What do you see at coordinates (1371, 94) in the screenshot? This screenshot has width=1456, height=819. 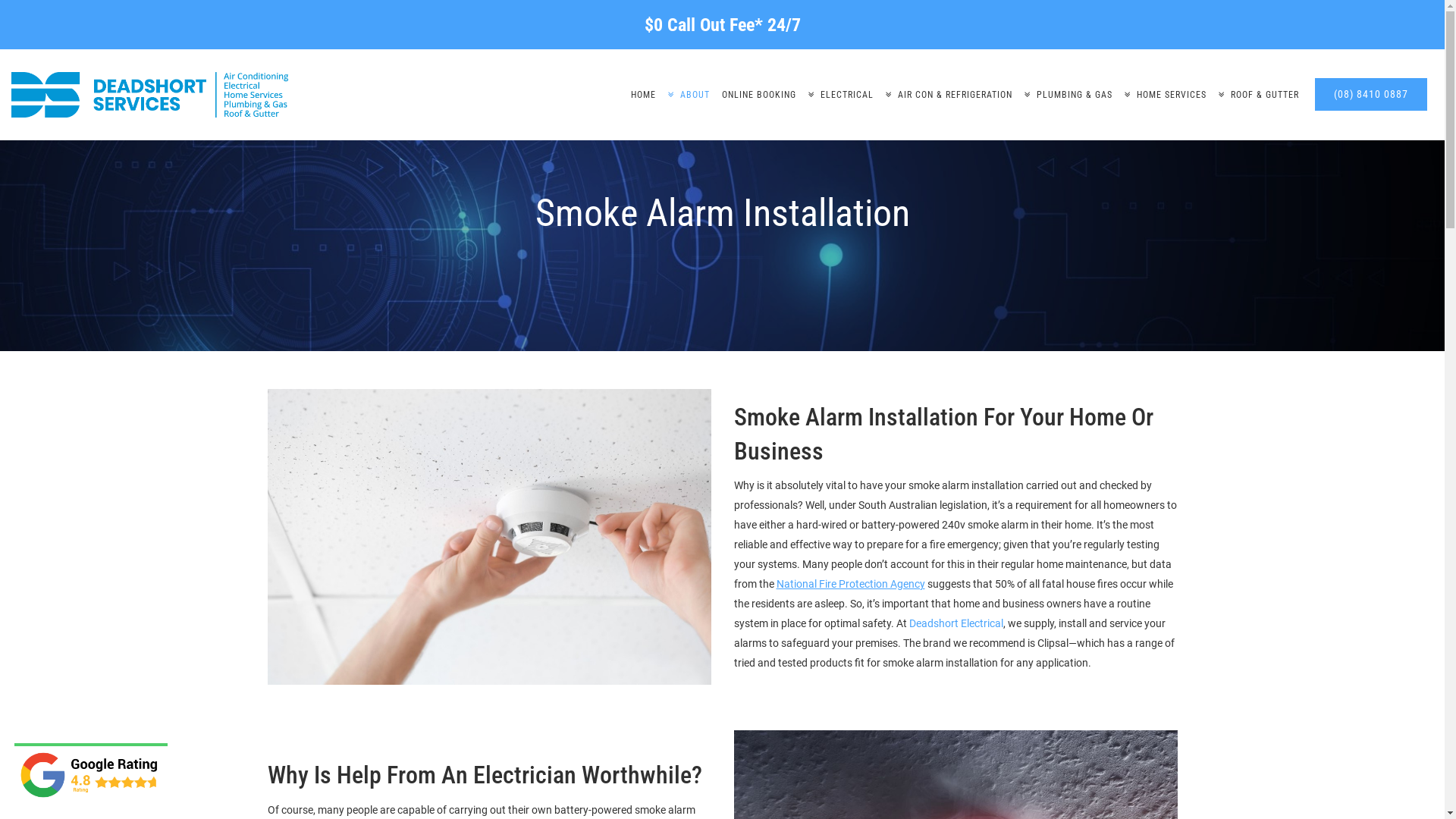 I see `'(08) 8410 0887'` at bounding box center [1371, 94].